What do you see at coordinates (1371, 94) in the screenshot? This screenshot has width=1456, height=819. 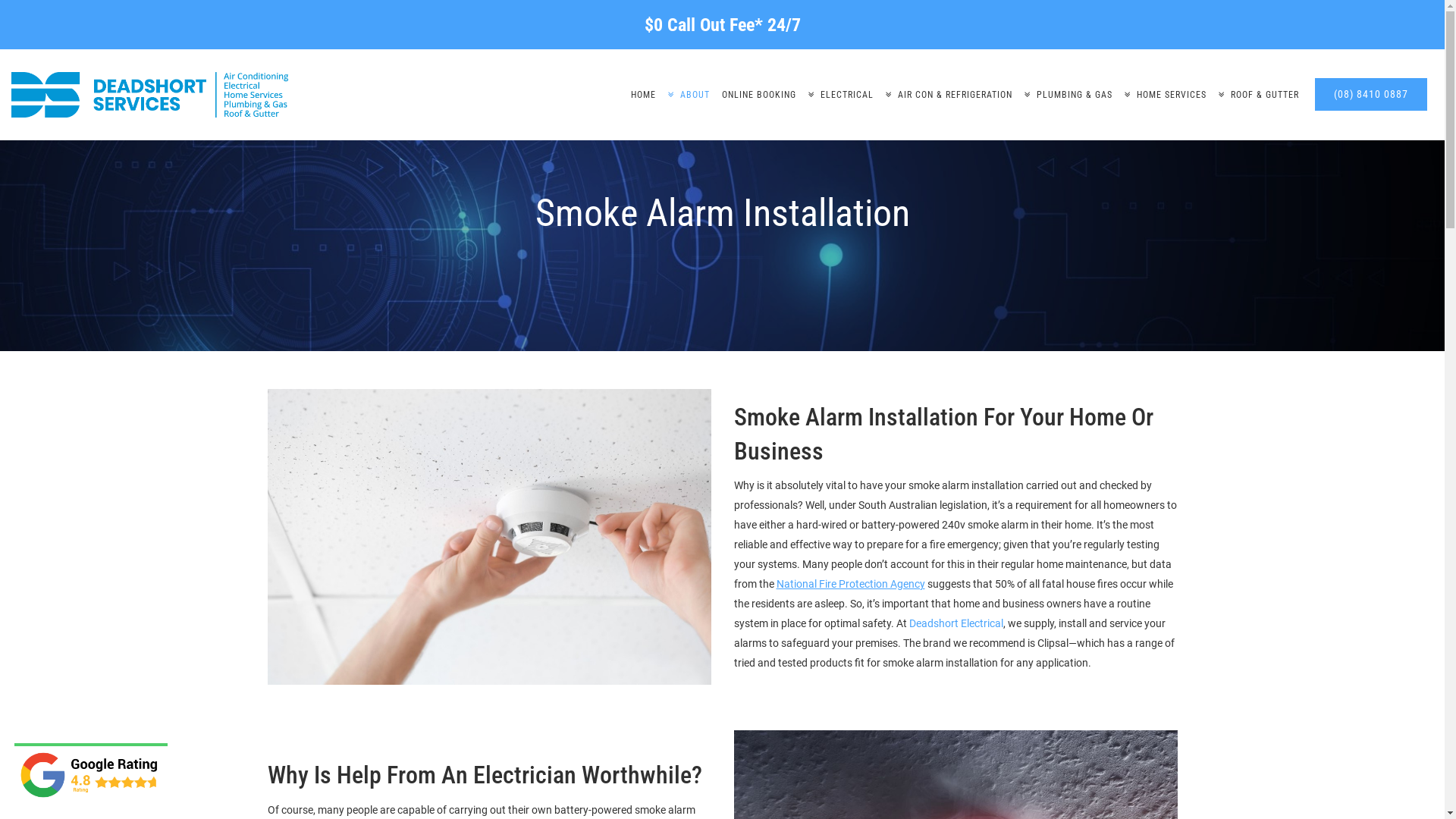 I see `'(08) 8410 0887'` at bounding box center [1371, 94].